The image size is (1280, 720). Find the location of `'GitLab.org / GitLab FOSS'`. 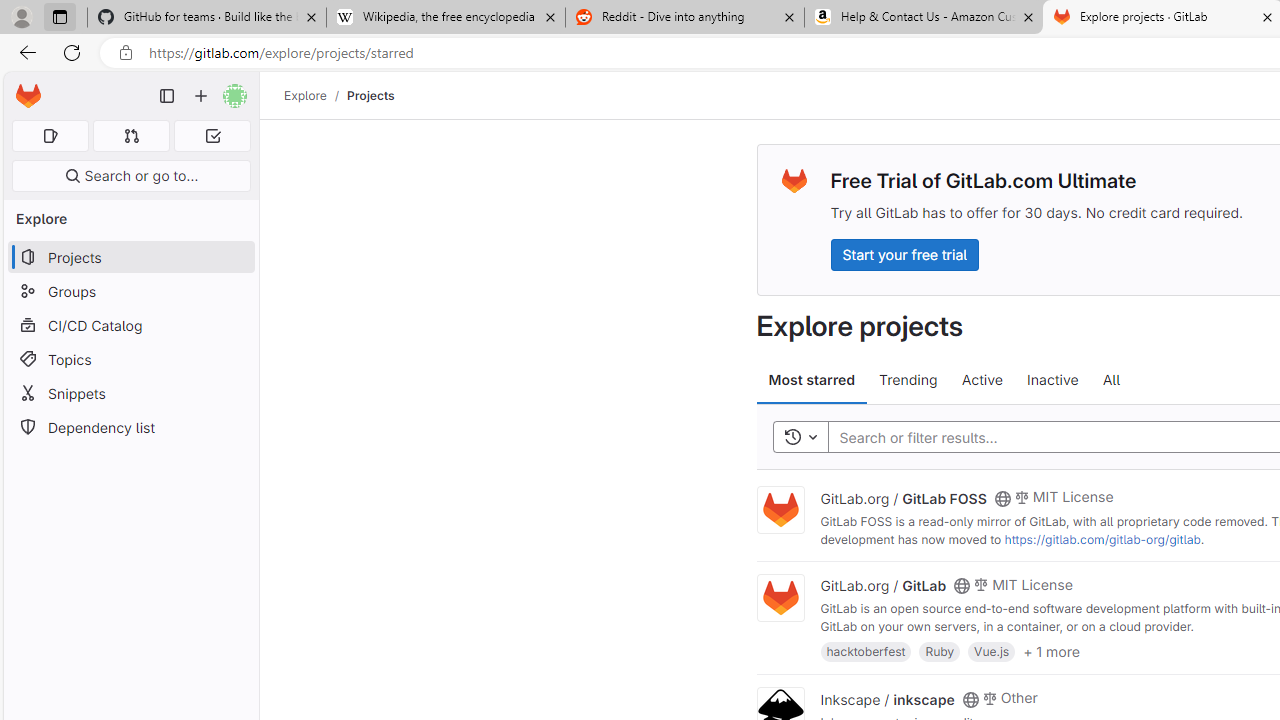

'GitLab.org / GitLab FOSS' is located at coordinates (902, 496).